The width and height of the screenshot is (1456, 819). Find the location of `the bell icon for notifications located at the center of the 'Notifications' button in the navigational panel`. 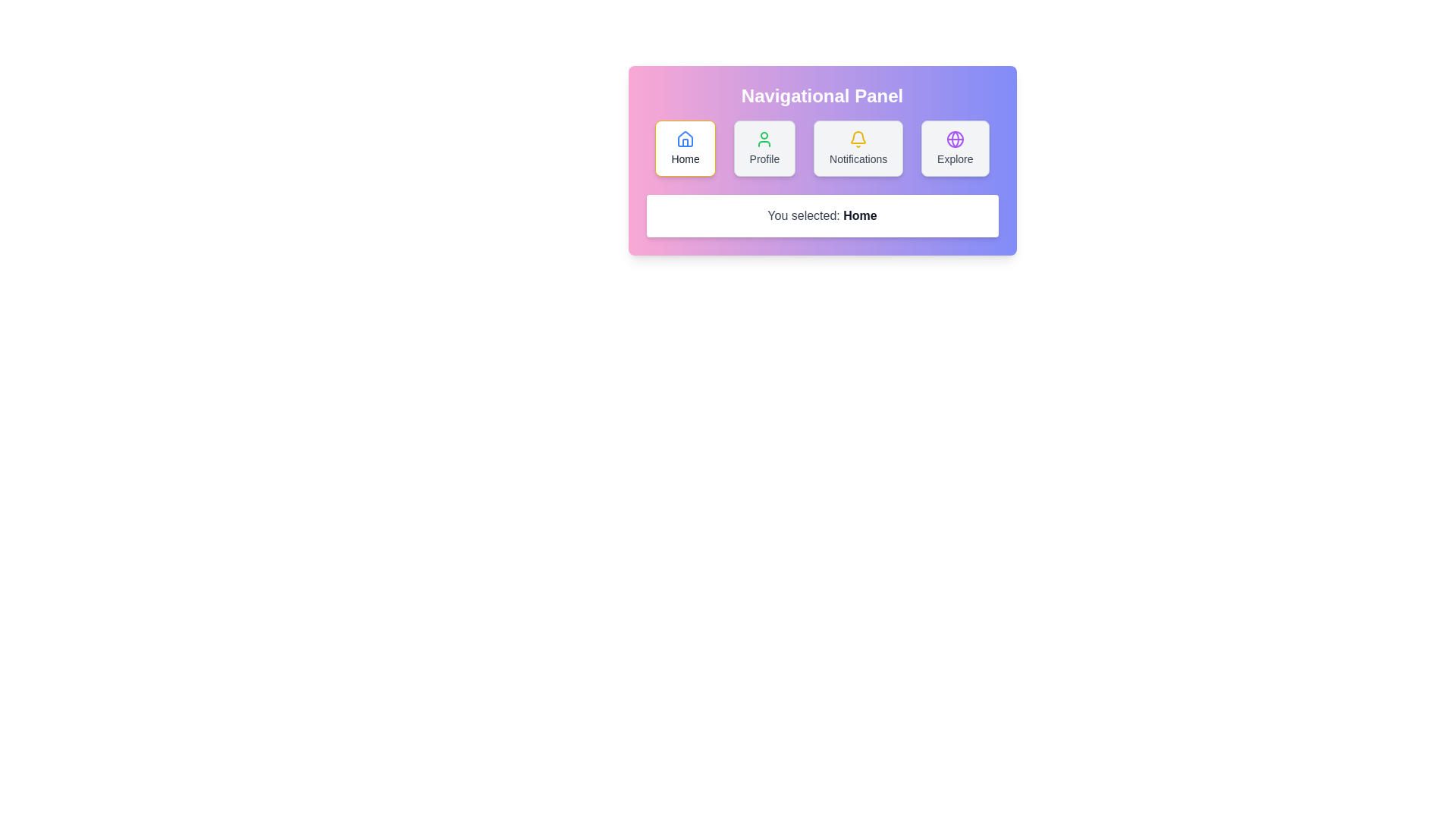

the bell icon for notifications located at the center of the 'Notifications' button in the navigational panel is located at coordinates (858, 140).